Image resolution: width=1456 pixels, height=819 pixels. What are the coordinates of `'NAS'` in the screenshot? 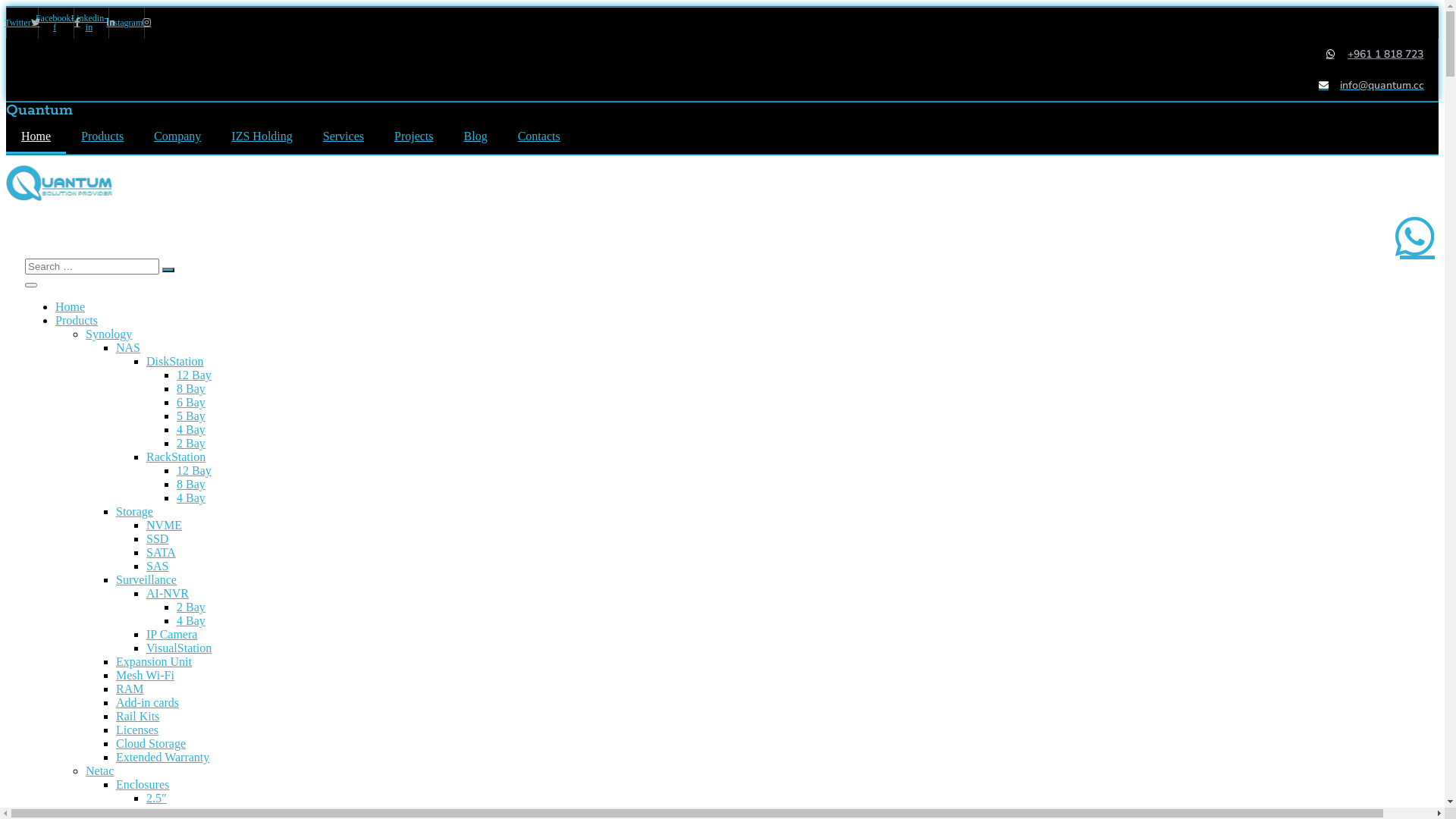 It's located at (115, 347).